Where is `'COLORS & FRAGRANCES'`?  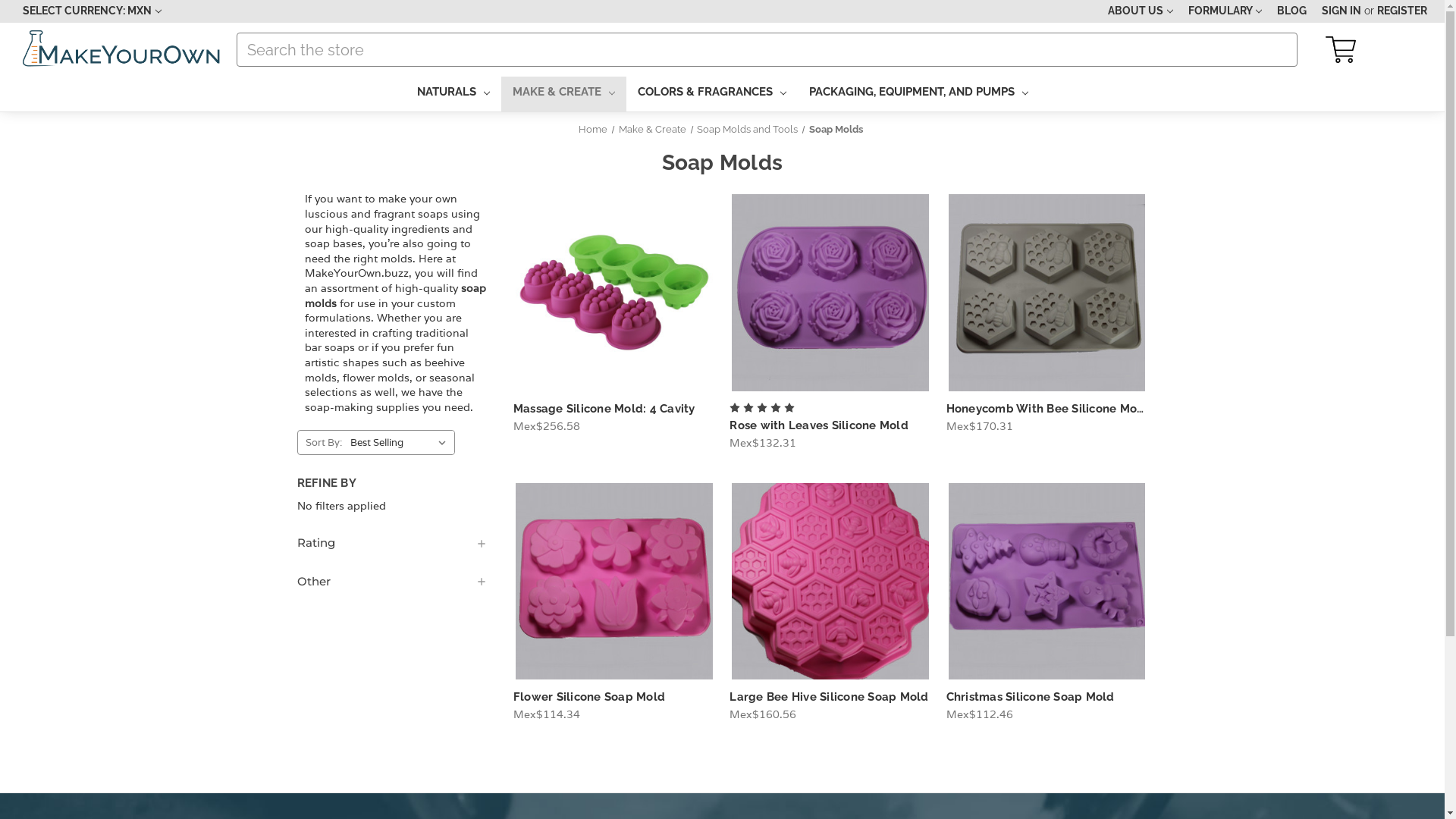
'COLORS & FRAGRANCES' is located at coordinates (711, 93).